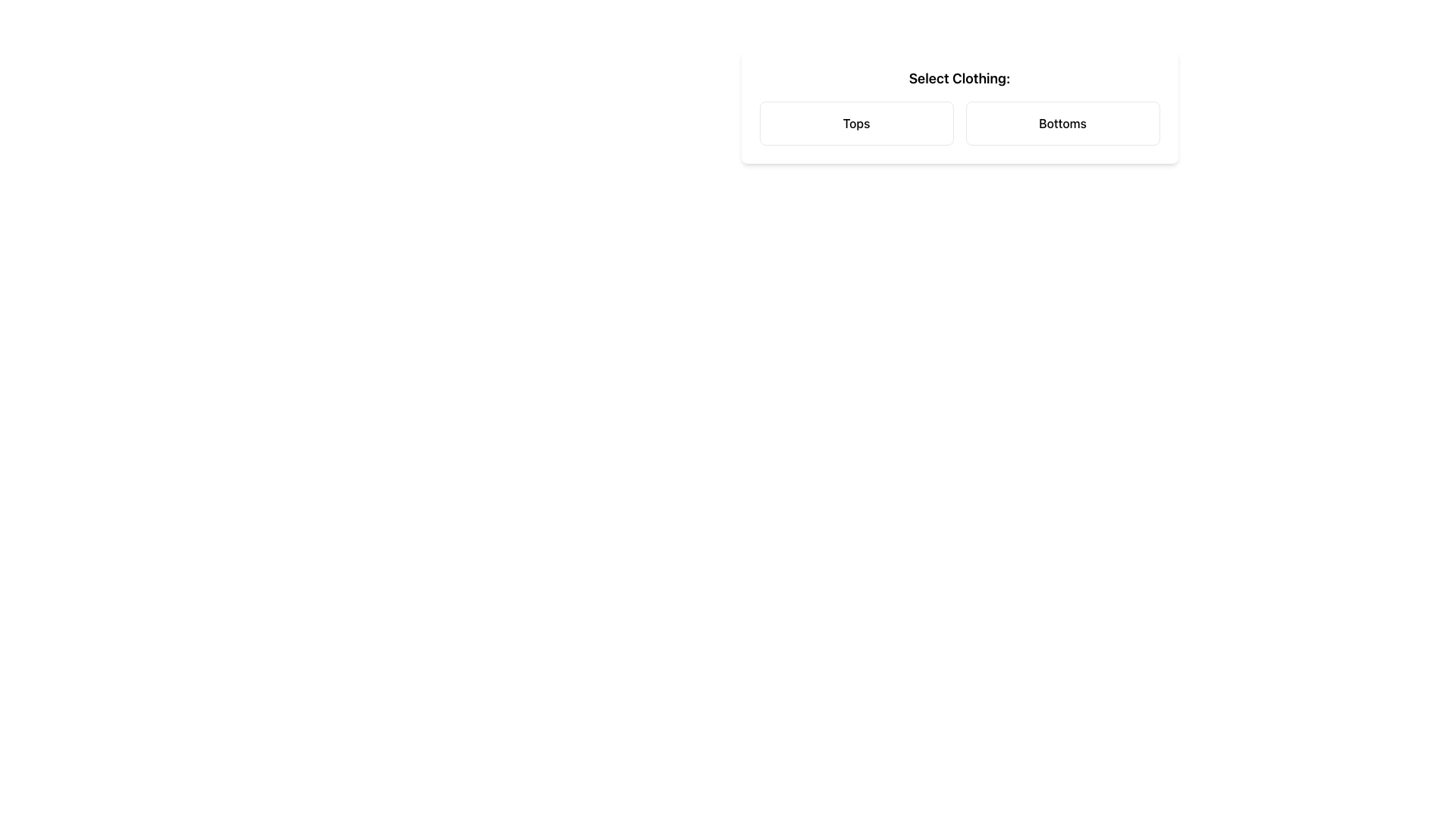 The image size is (1456, 819). Describe the element at coordinates (1062, 122) in the screenshot. I see `the 'Bottoms' button in the 'Select Clothing' section, which is a rectangular element with rounded corners and the text 'Bottoms' centered within it` at that location.